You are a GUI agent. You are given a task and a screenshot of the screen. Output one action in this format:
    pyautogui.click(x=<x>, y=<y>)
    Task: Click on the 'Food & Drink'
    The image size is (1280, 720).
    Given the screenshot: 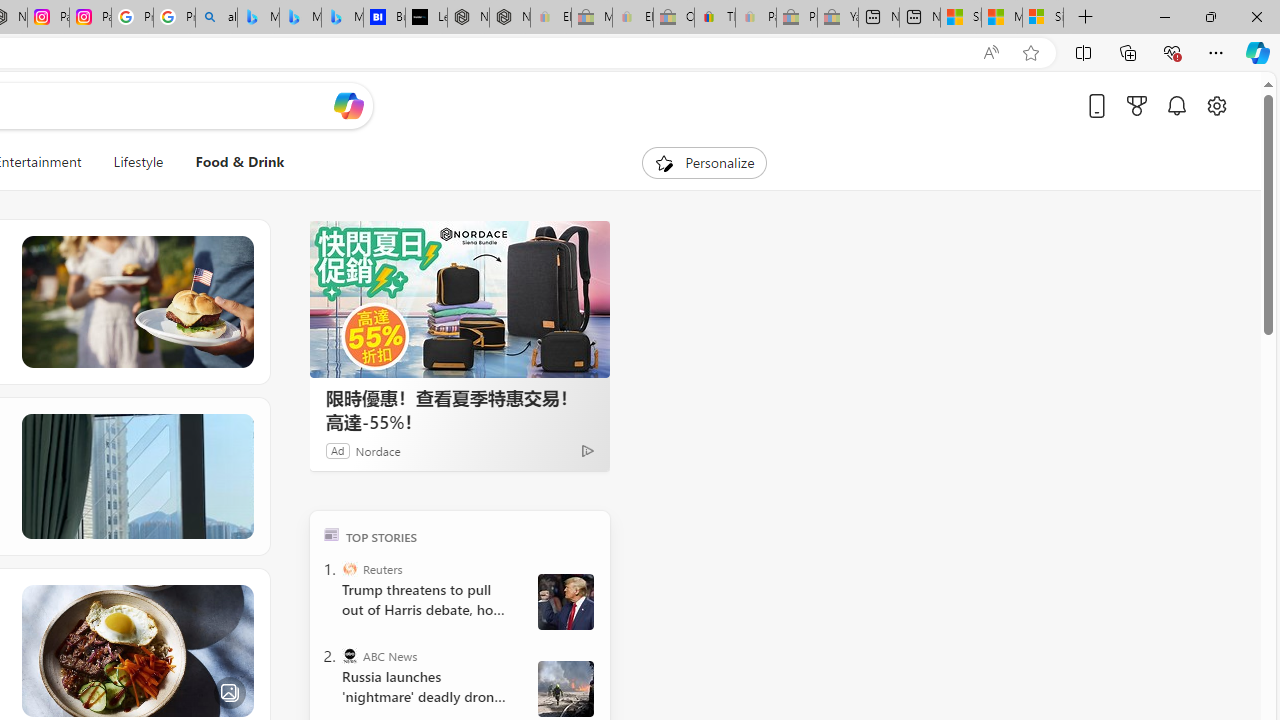 What is the action you would take?
    pyautogui.click(x=240, y=162)
    